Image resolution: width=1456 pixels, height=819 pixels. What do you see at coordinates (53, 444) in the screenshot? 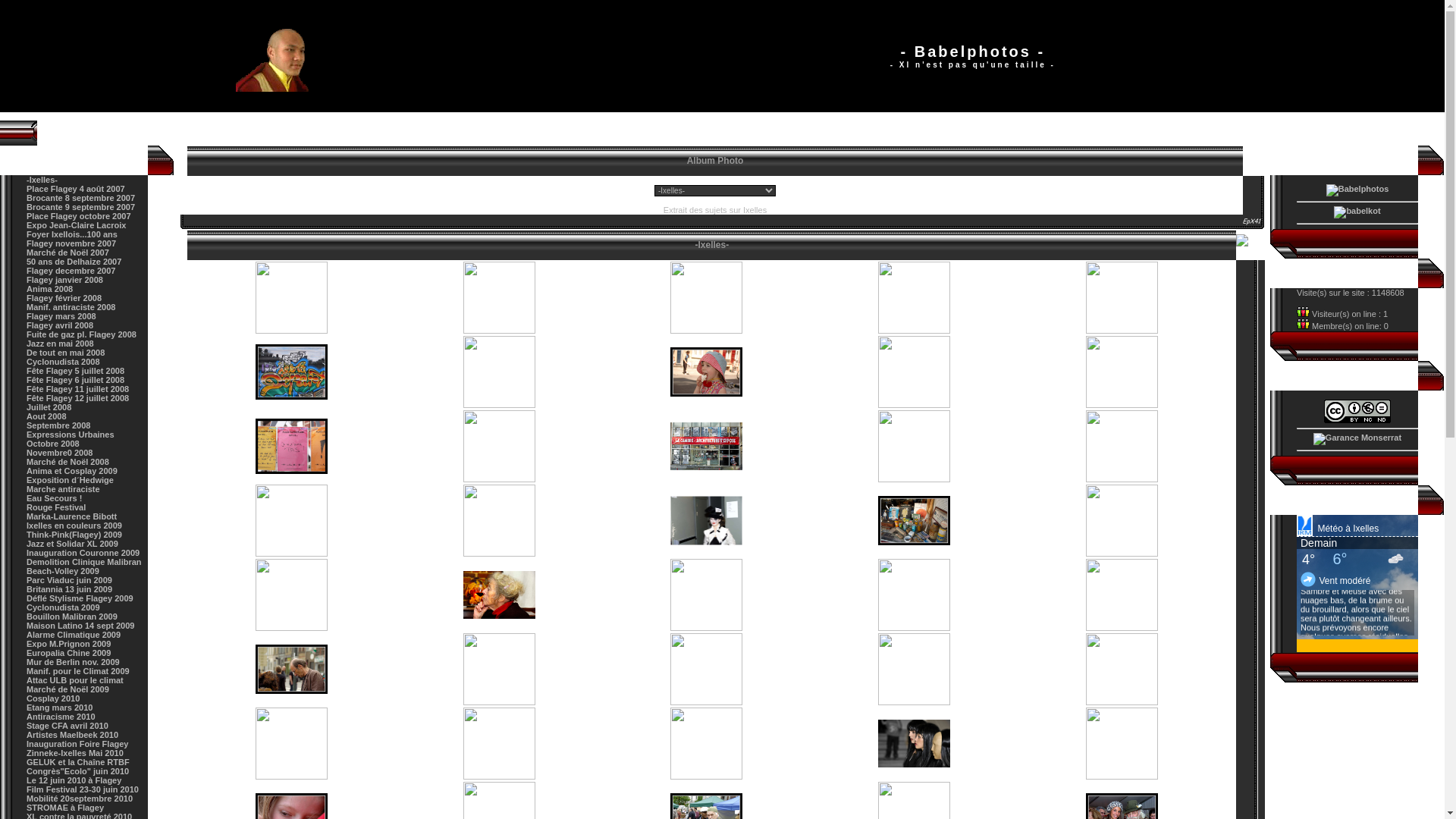
I see `'Octobre 2008'` at bounding box center [53, 444].